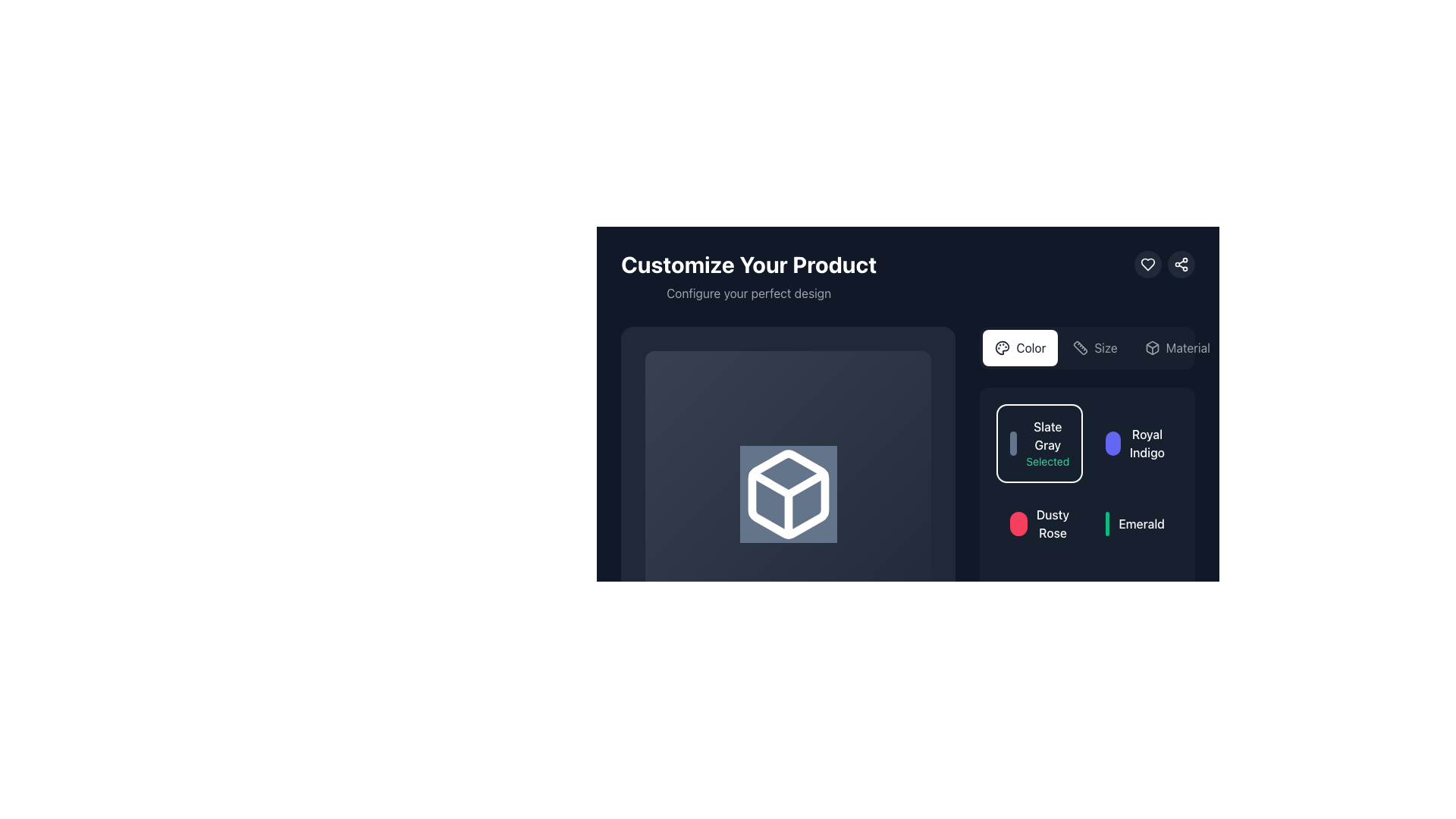 This screenshot has height=819, width=1456. Describe the element at coordinates (1147, 263) in the screenshot. I see `the heart-shaped icon located in the upper right corner of the interface` at that location.